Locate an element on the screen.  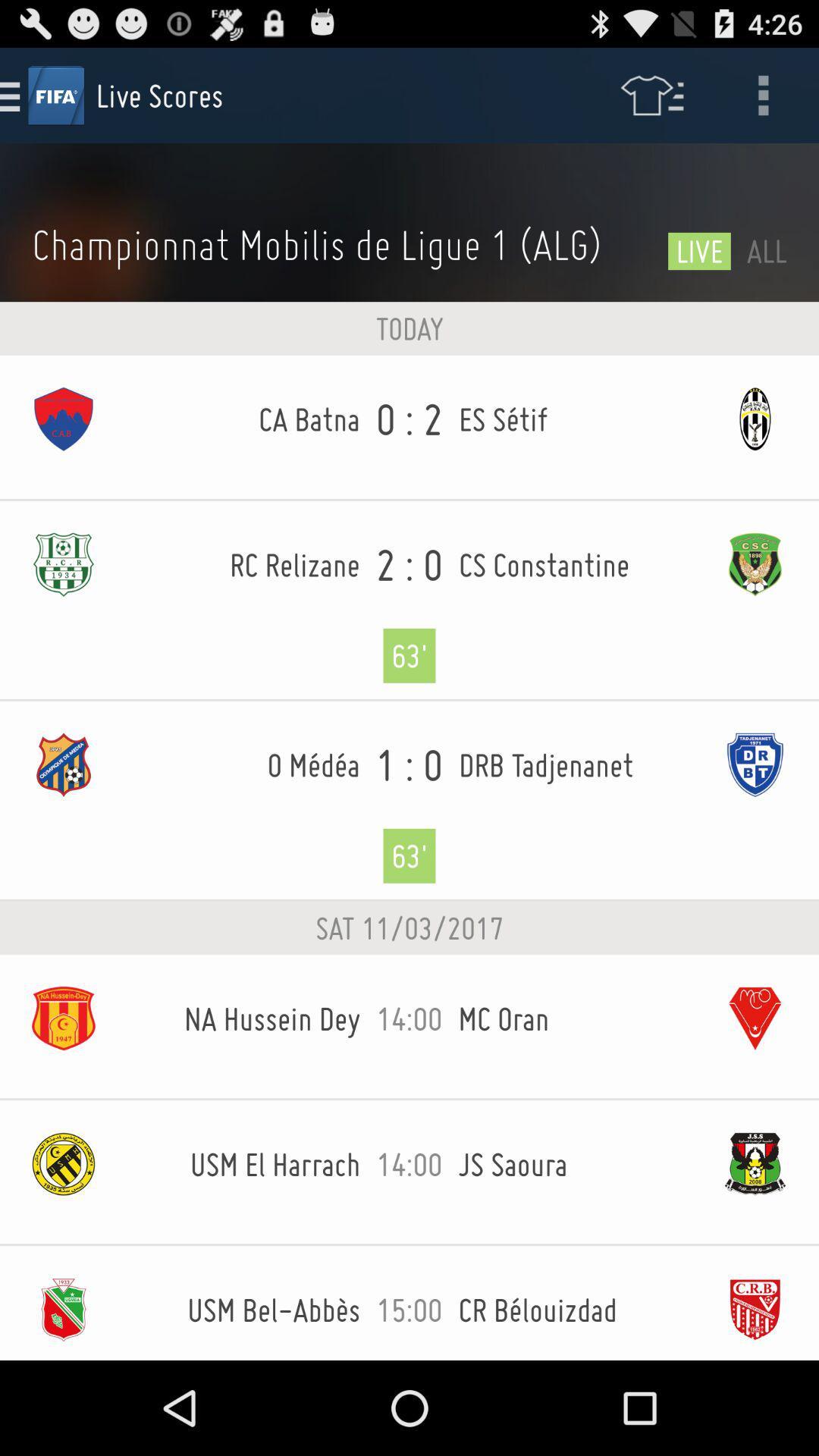
the js saoura icon is located at coordinates (575, 1163).